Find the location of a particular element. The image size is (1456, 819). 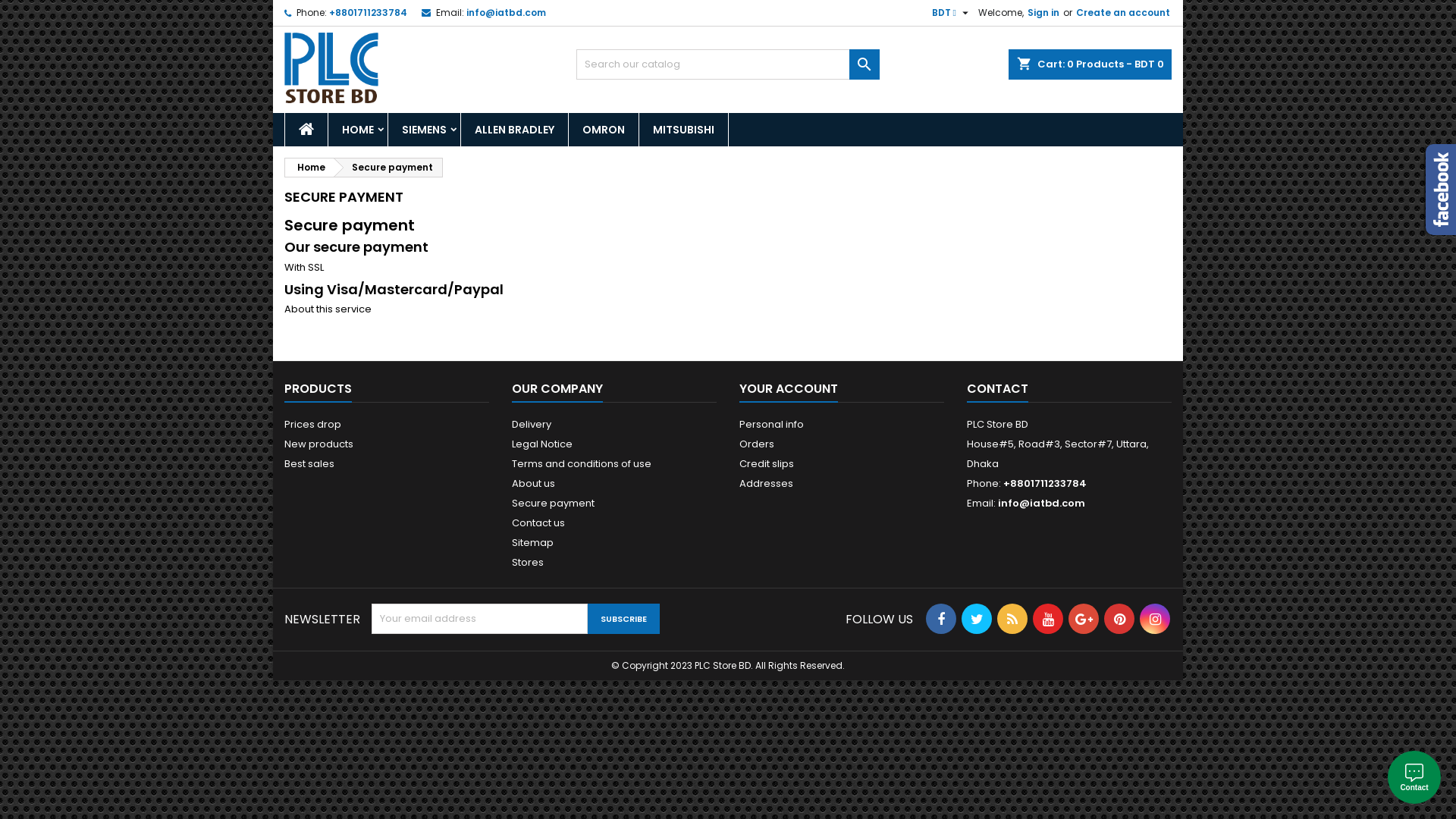

'Prices drop' is located at coordinates (284, 424).